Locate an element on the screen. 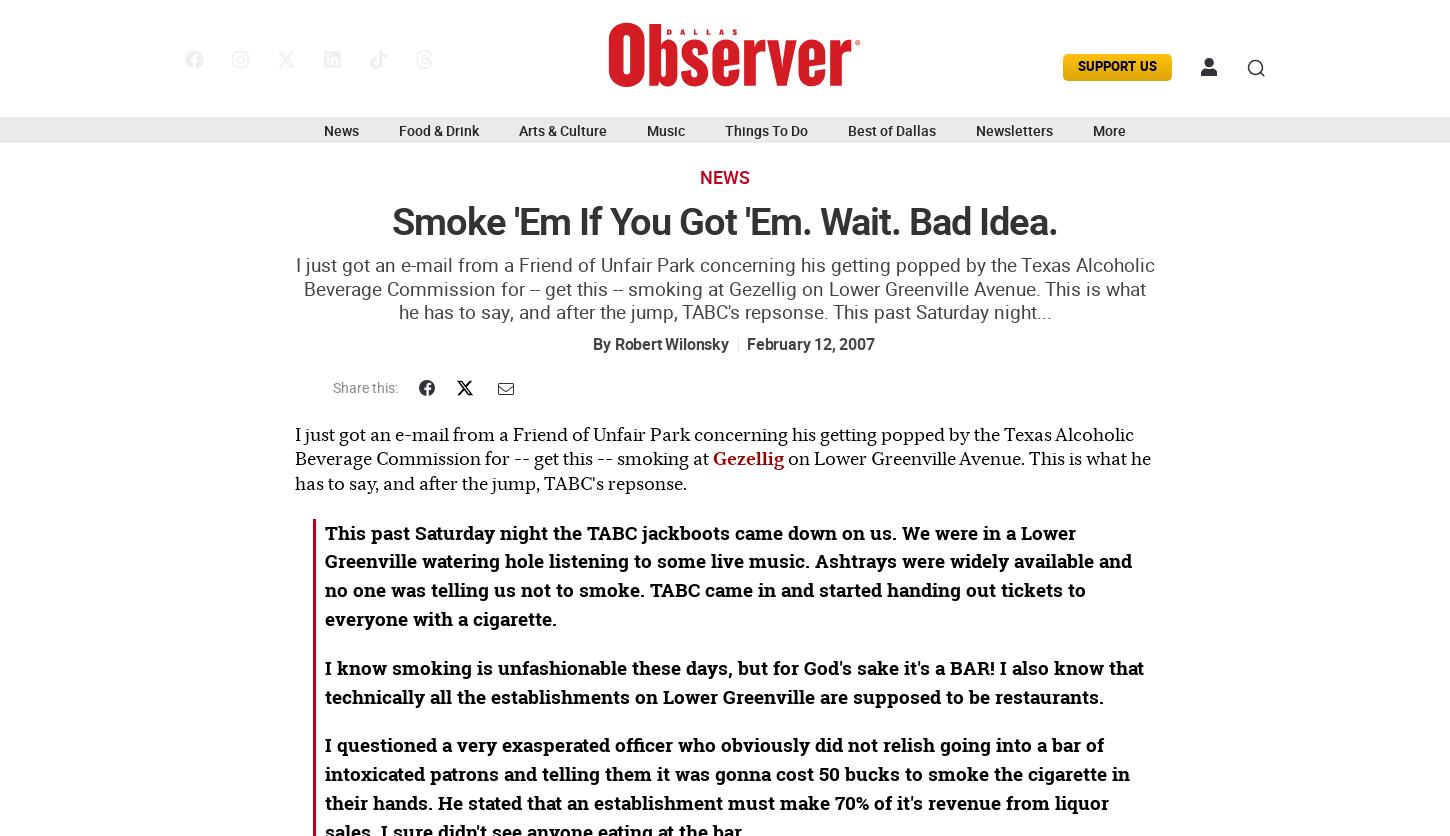  'Things To Do' is located at coordinates (725, 128).